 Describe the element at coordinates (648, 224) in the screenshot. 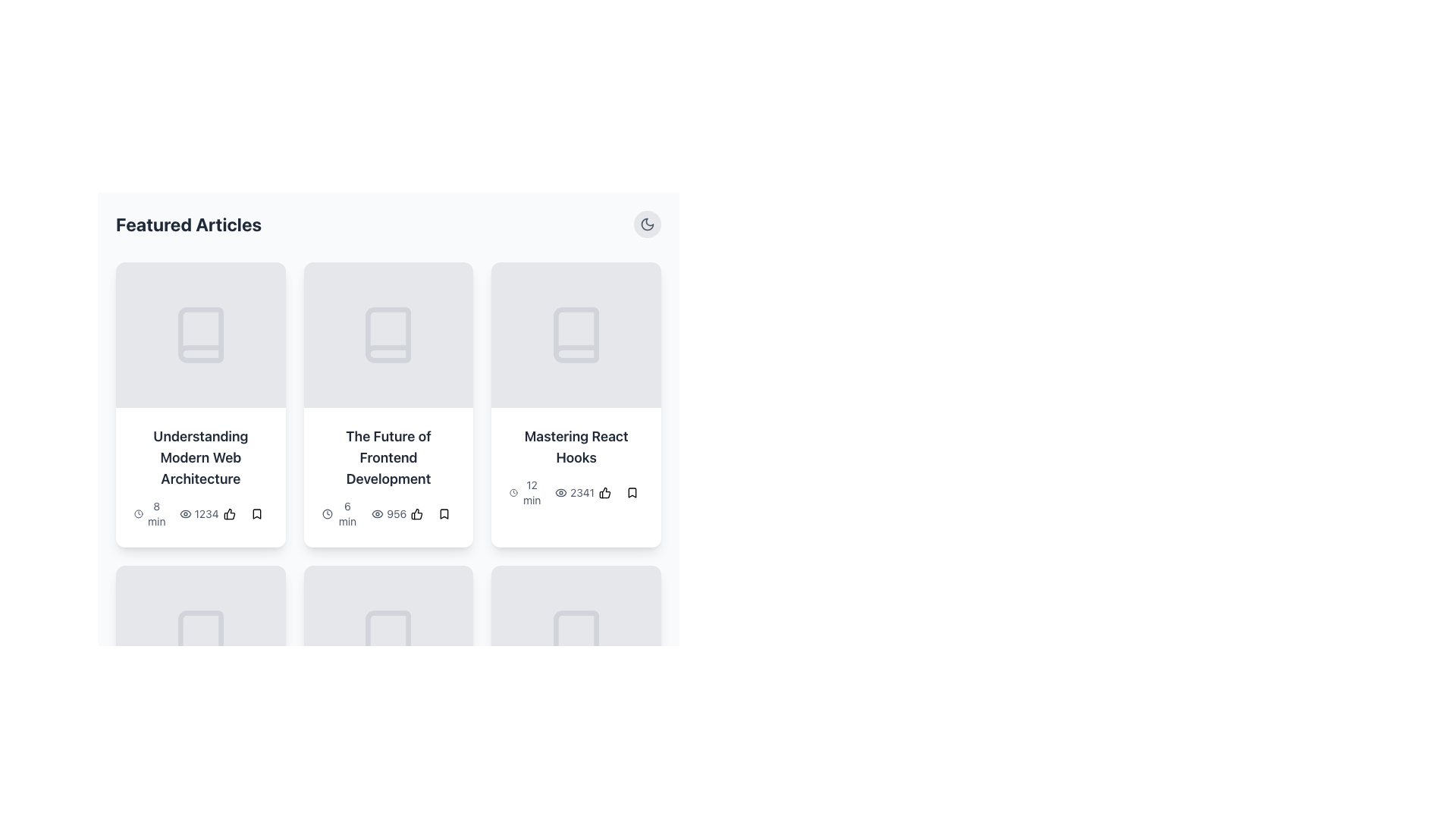

I see `the crescent moon icon button located at the top right corner of the interface` at that location.